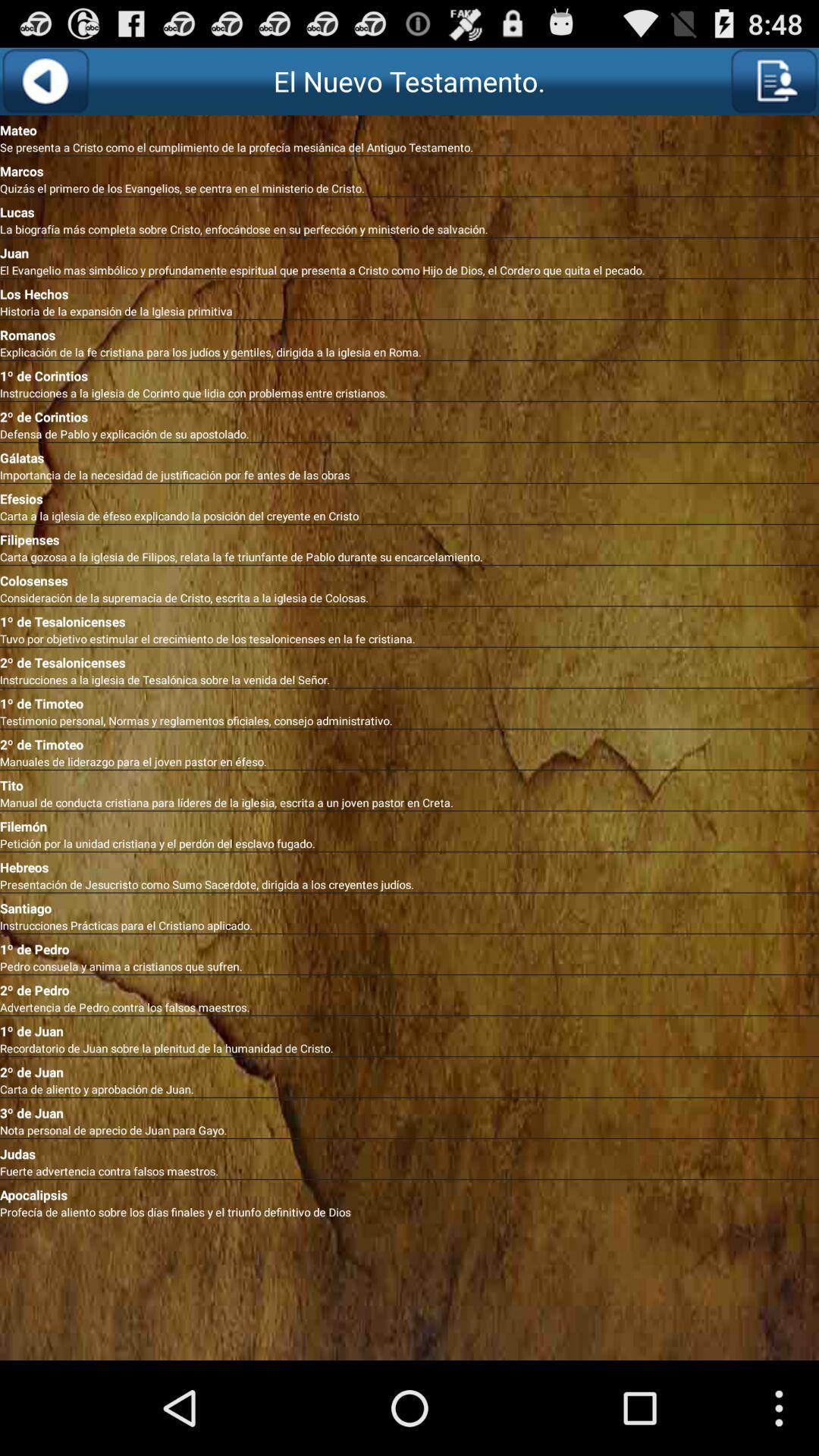  I want to click on lucas, so click(409, 209).